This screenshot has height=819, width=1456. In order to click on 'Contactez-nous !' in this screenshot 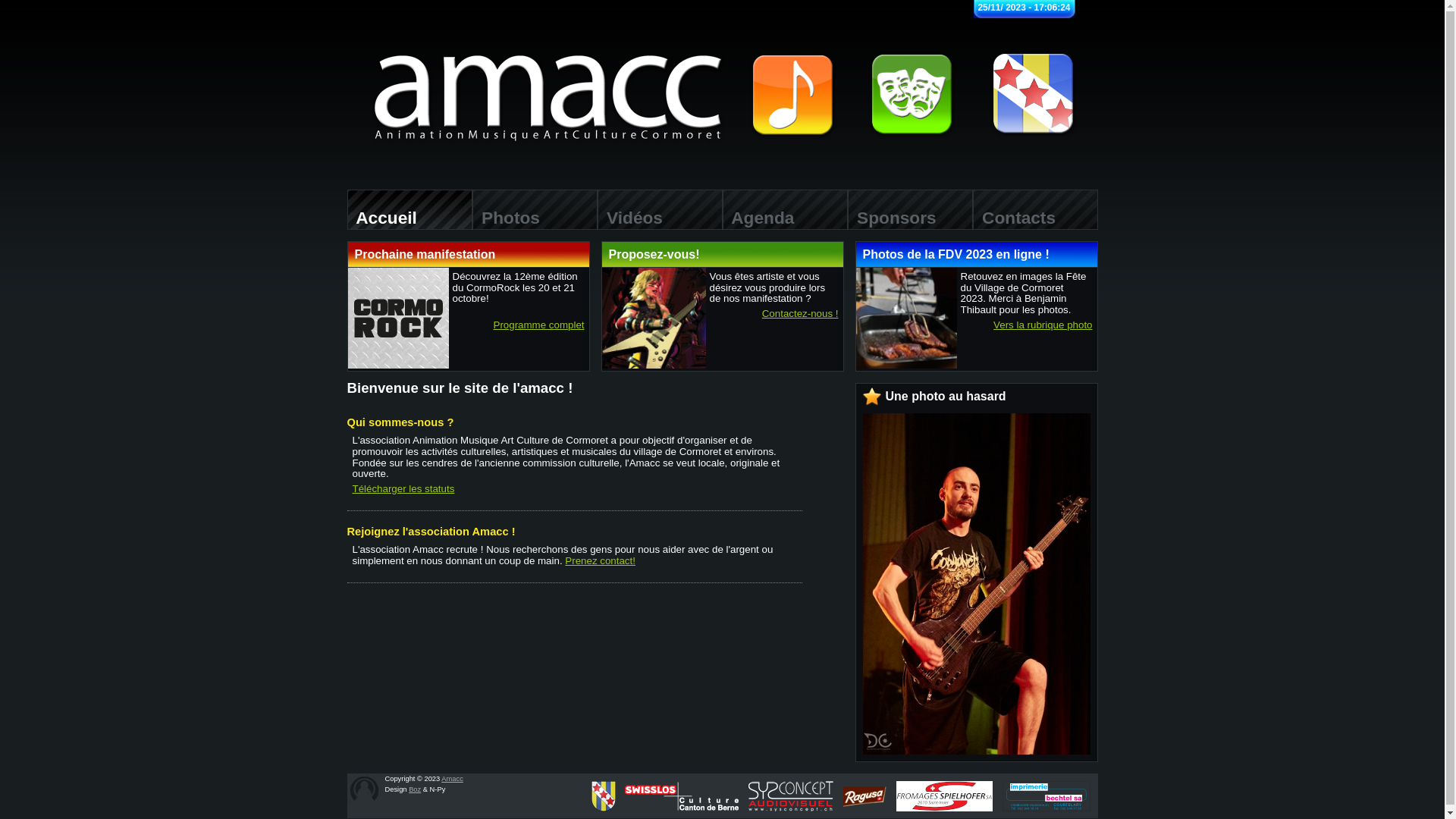, I will do `click(799, 313)`.